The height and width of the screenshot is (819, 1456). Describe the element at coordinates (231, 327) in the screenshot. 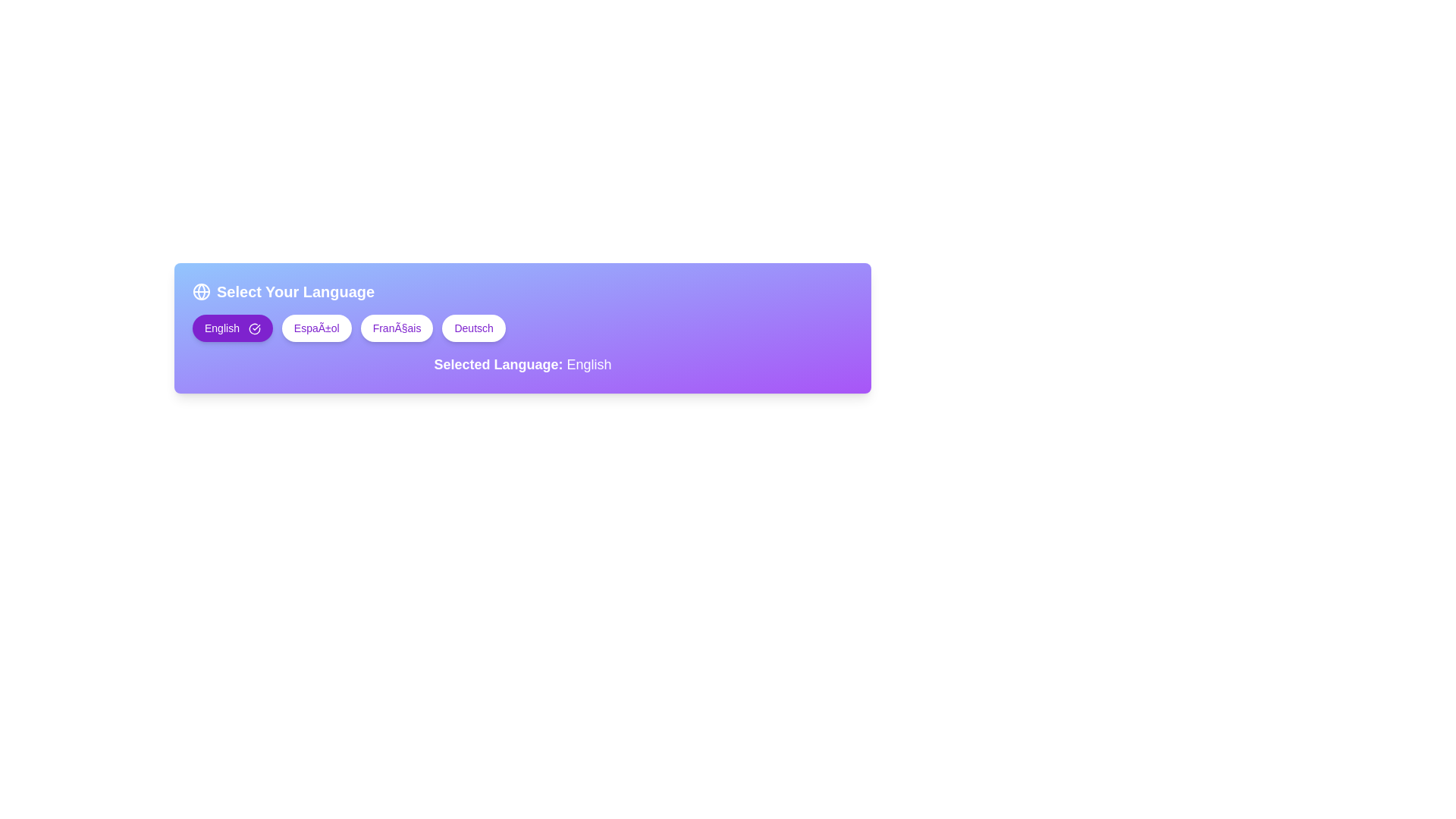

I see `the English language selection button, which is the first in a horizontal set of four language buttons` at that location.